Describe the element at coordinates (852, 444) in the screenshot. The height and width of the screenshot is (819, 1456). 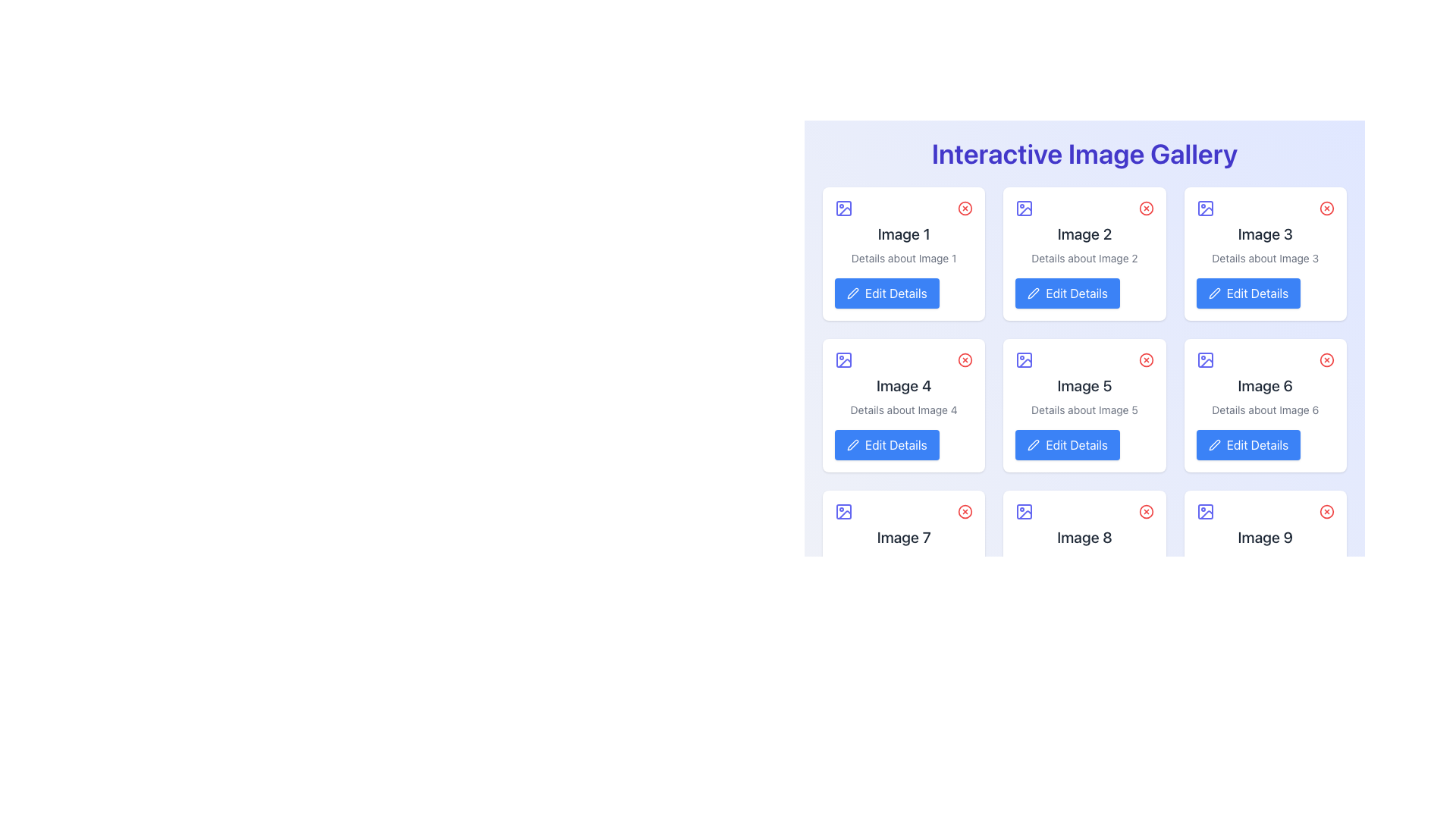
I see `the icon located inside the 'Edit Details' button associated with 'Image 4' in the second row, first column of the grid layout, positioned to the left of the text label` at that location.